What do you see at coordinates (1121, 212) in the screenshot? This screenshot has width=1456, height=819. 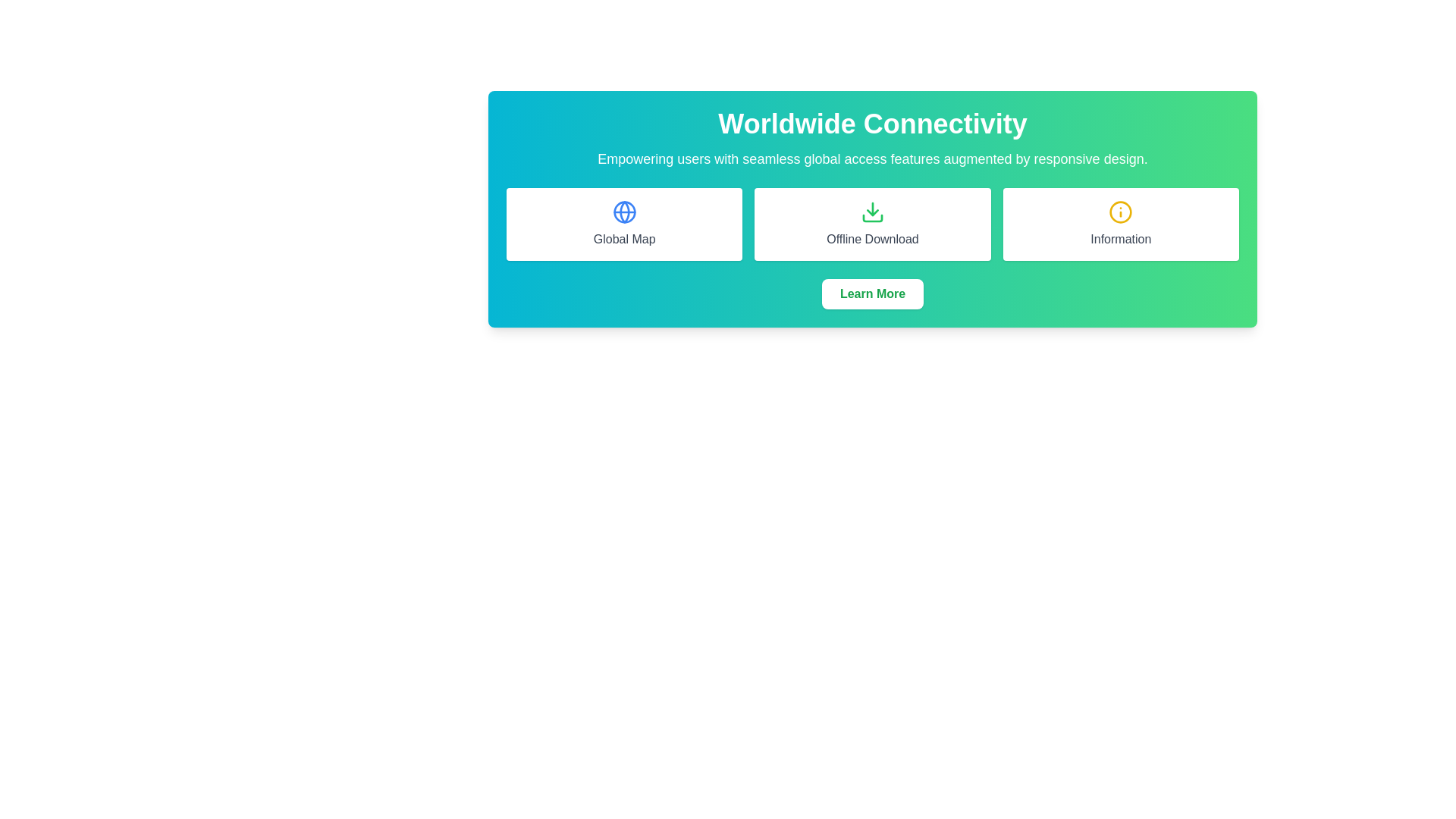 I see `the yellow circular shape within the 'Information' option box in the green-gradient block` at bounding box center [1121, 212].